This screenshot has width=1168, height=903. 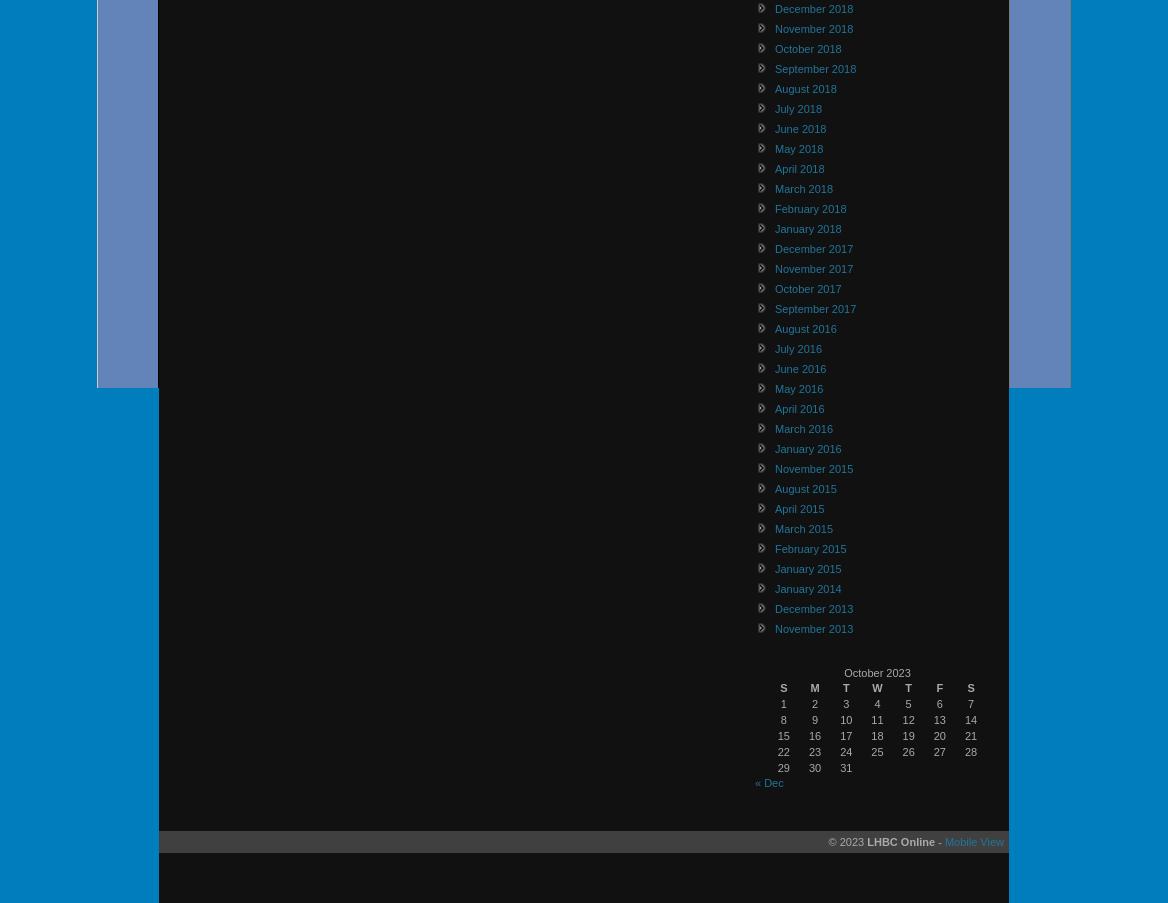 I want to click on 'May 2018', so click(x=774, y=147).